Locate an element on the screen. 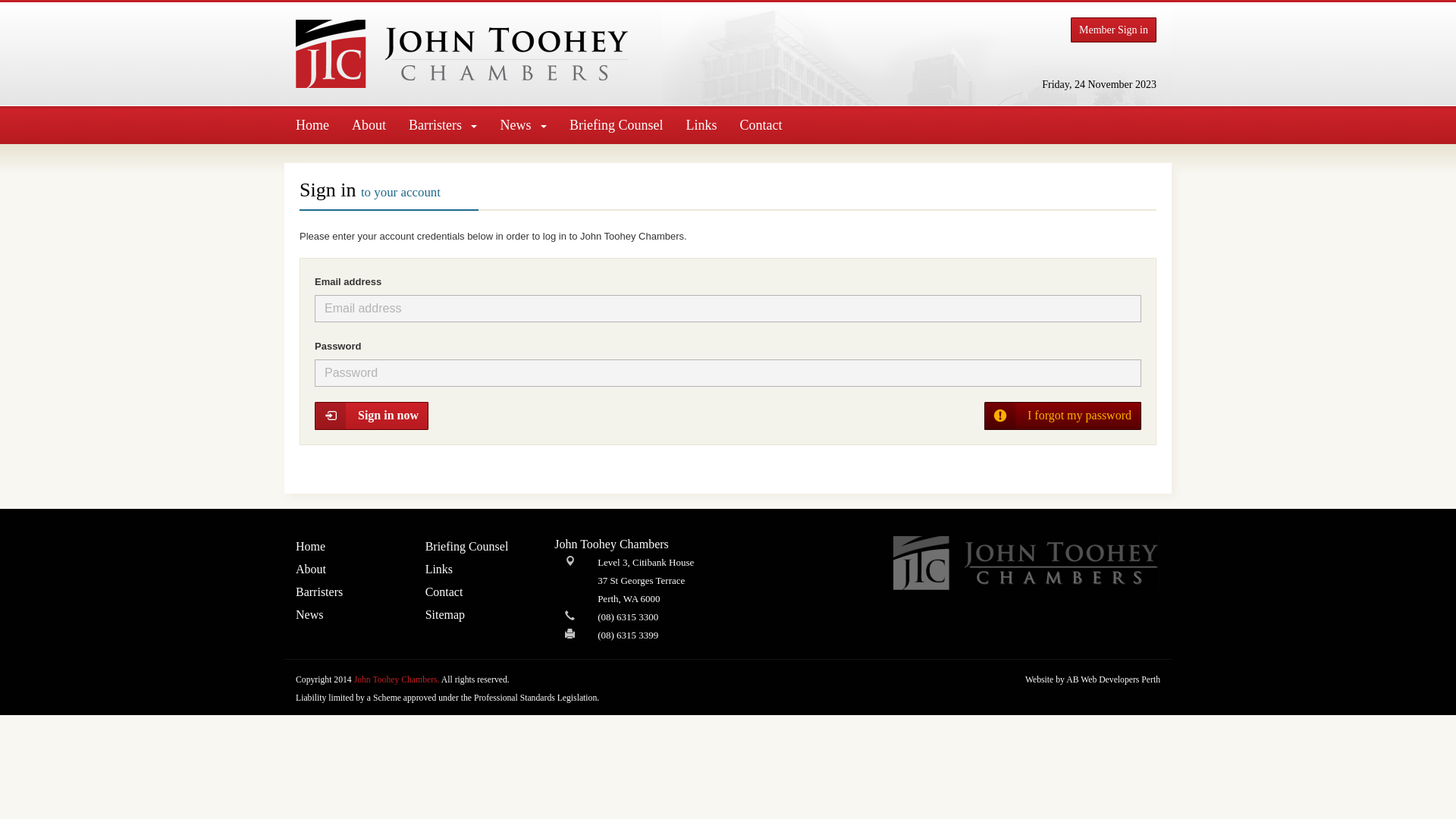  'News' is located at coordinates (348, 614).